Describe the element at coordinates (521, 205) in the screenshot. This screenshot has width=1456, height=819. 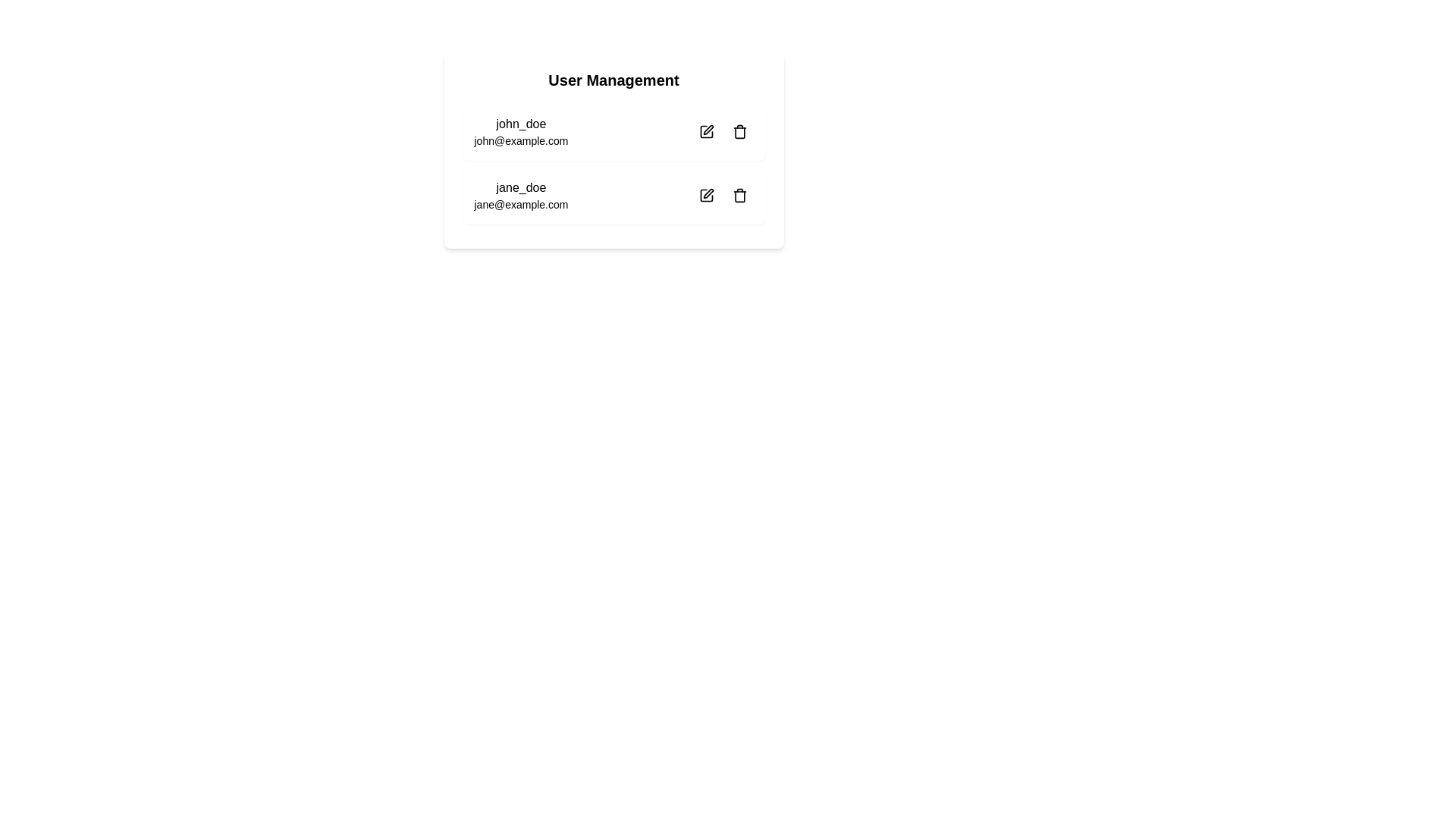
I see `the text label displaying 'jane@example.com', which is located under 'jane_doe' in the user management list` at that location.